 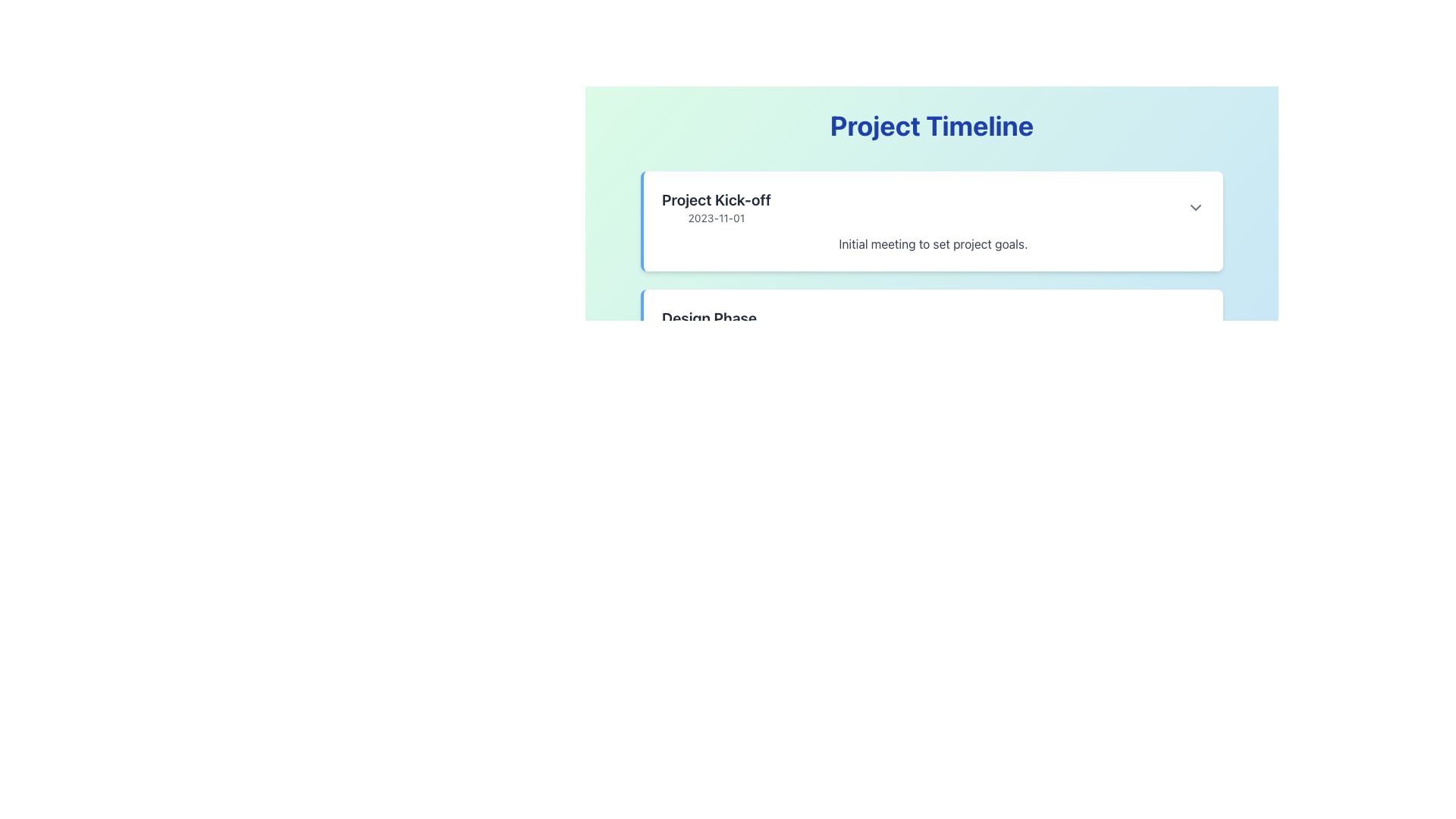 I want to click on the Text Display that shows 'Design Phase' and '2023-11-15', located in the upper left corner below the 'Project Kick-off' card in the 'Project Timeline' section, so click(x=708, y=325).